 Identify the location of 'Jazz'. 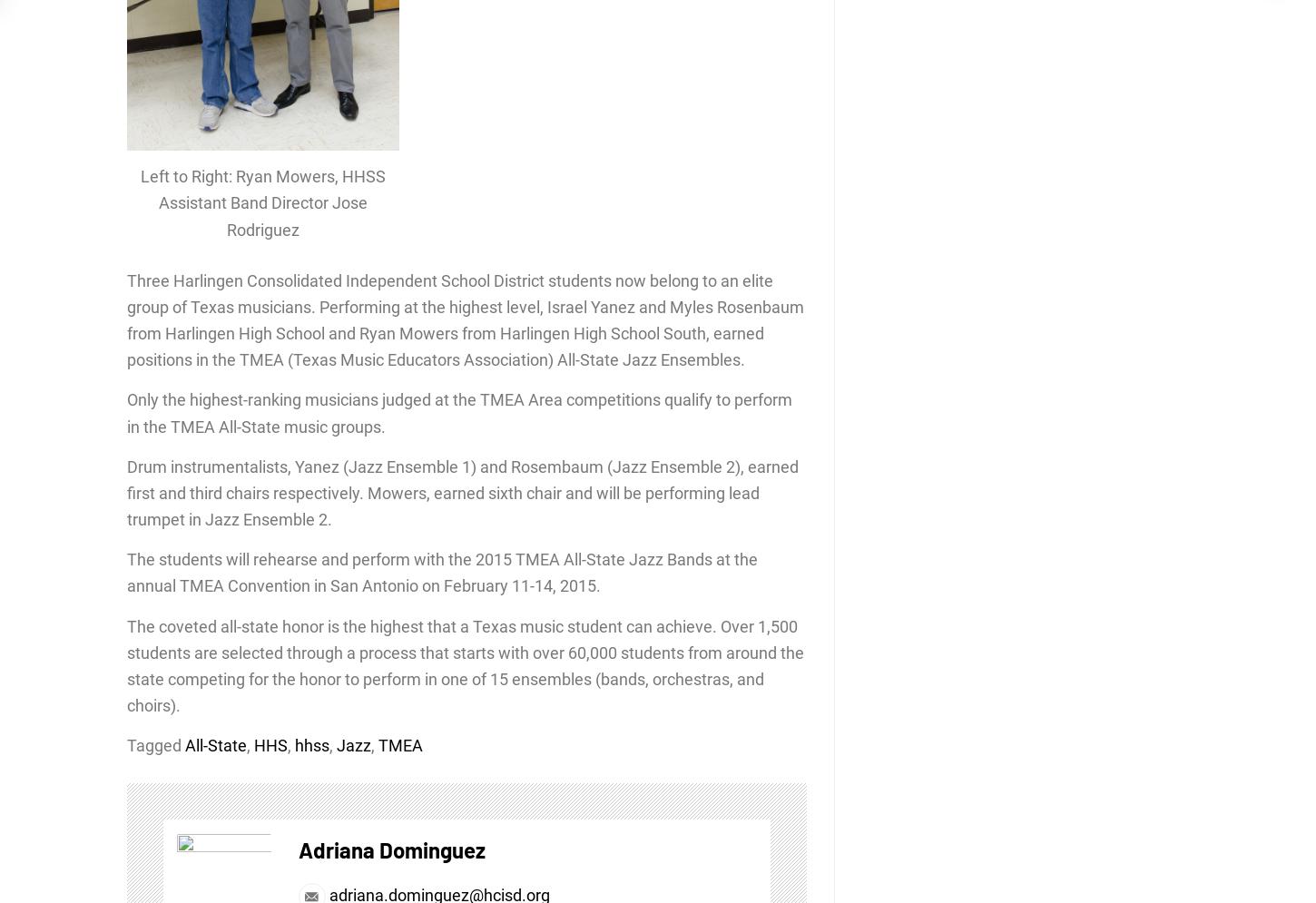
(336, 744).